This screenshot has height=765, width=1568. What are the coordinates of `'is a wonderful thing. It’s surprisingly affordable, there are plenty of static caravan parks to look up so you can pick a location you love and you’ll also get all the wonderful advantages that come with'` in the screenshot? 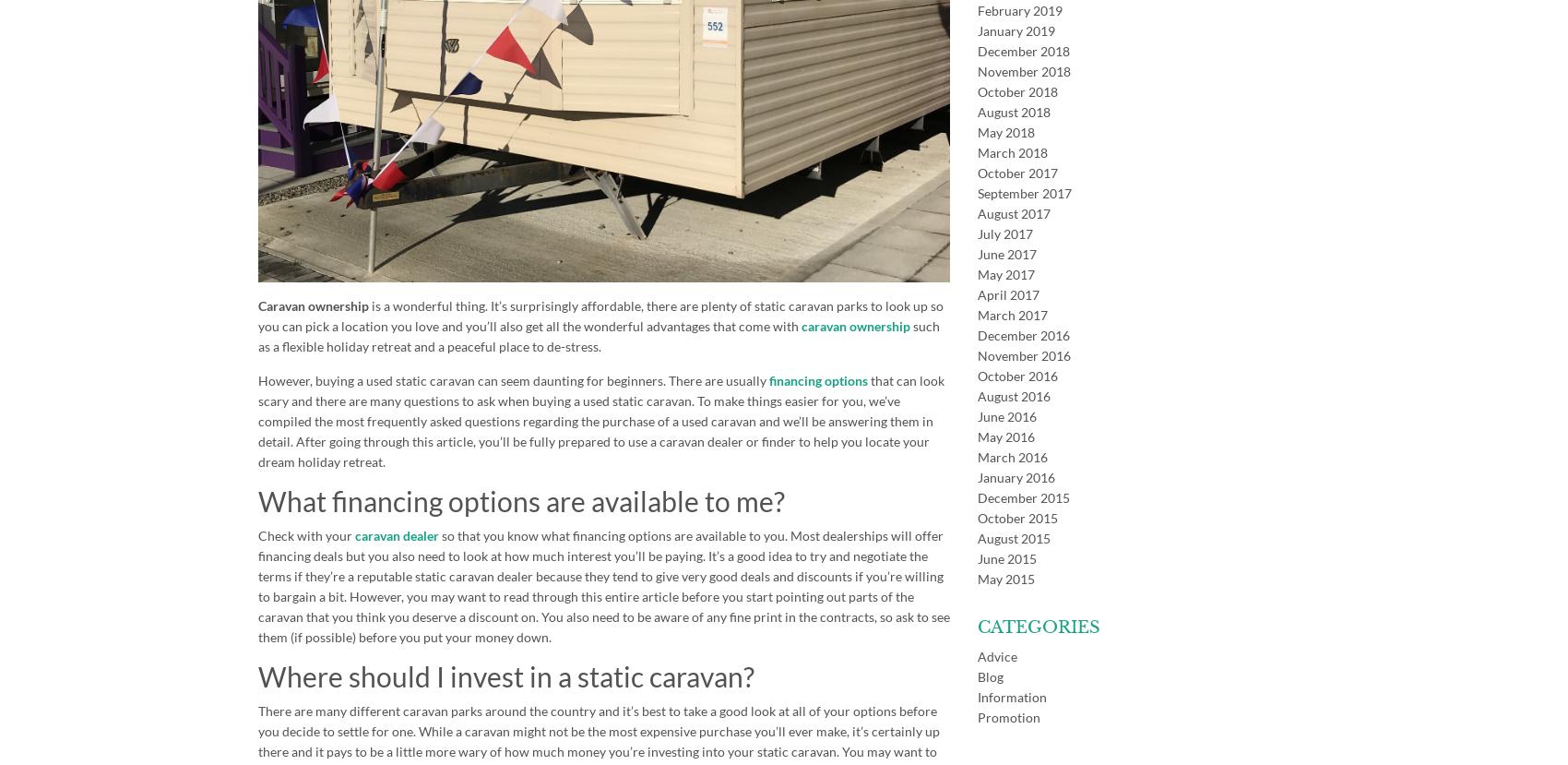 It's located at (600, 315).